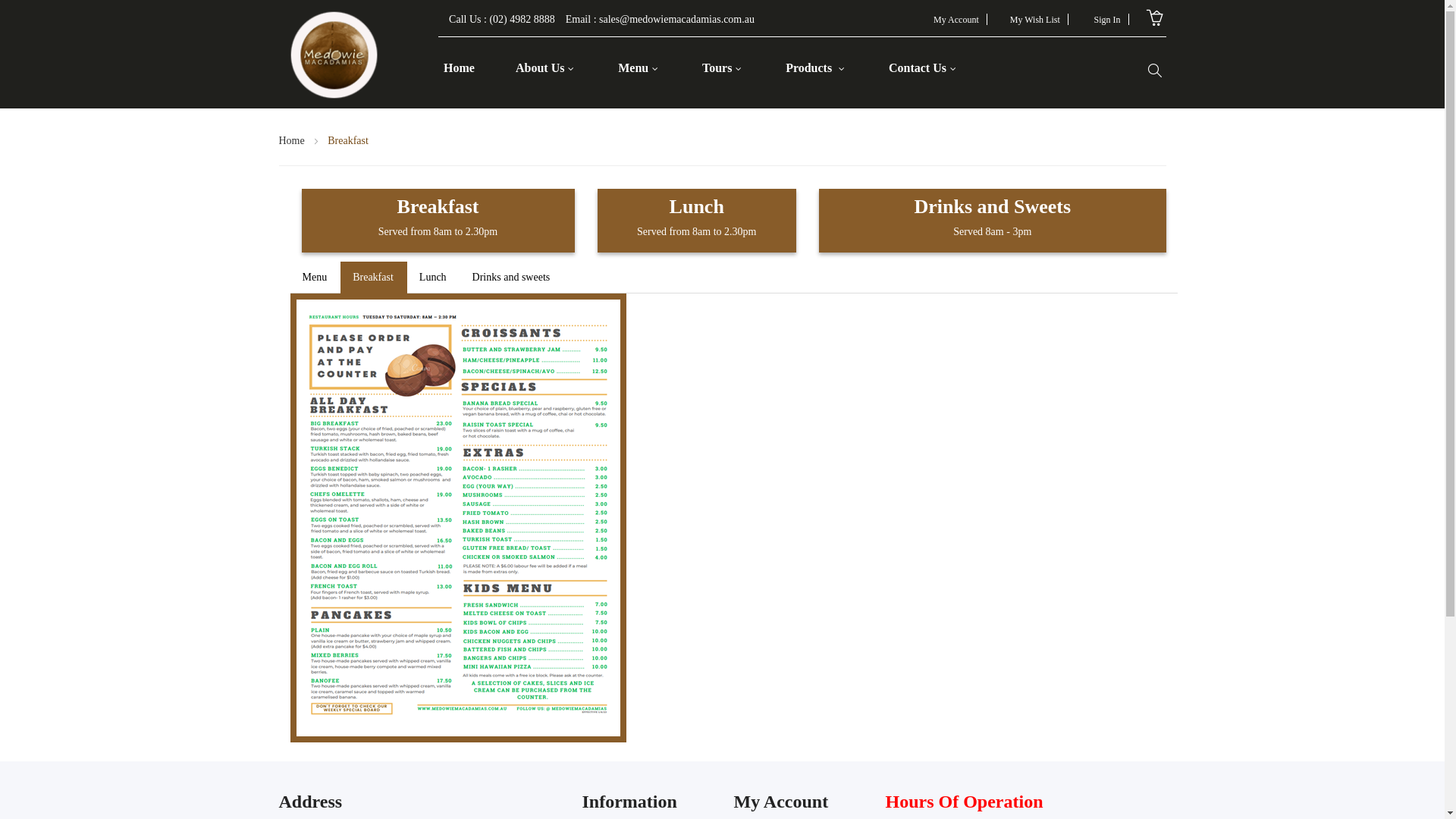 The width and height of the screenshot is (1456, 819). Describe the element at coordinates (720, 67) in the screenshot. I see `'Tours'` at that location.